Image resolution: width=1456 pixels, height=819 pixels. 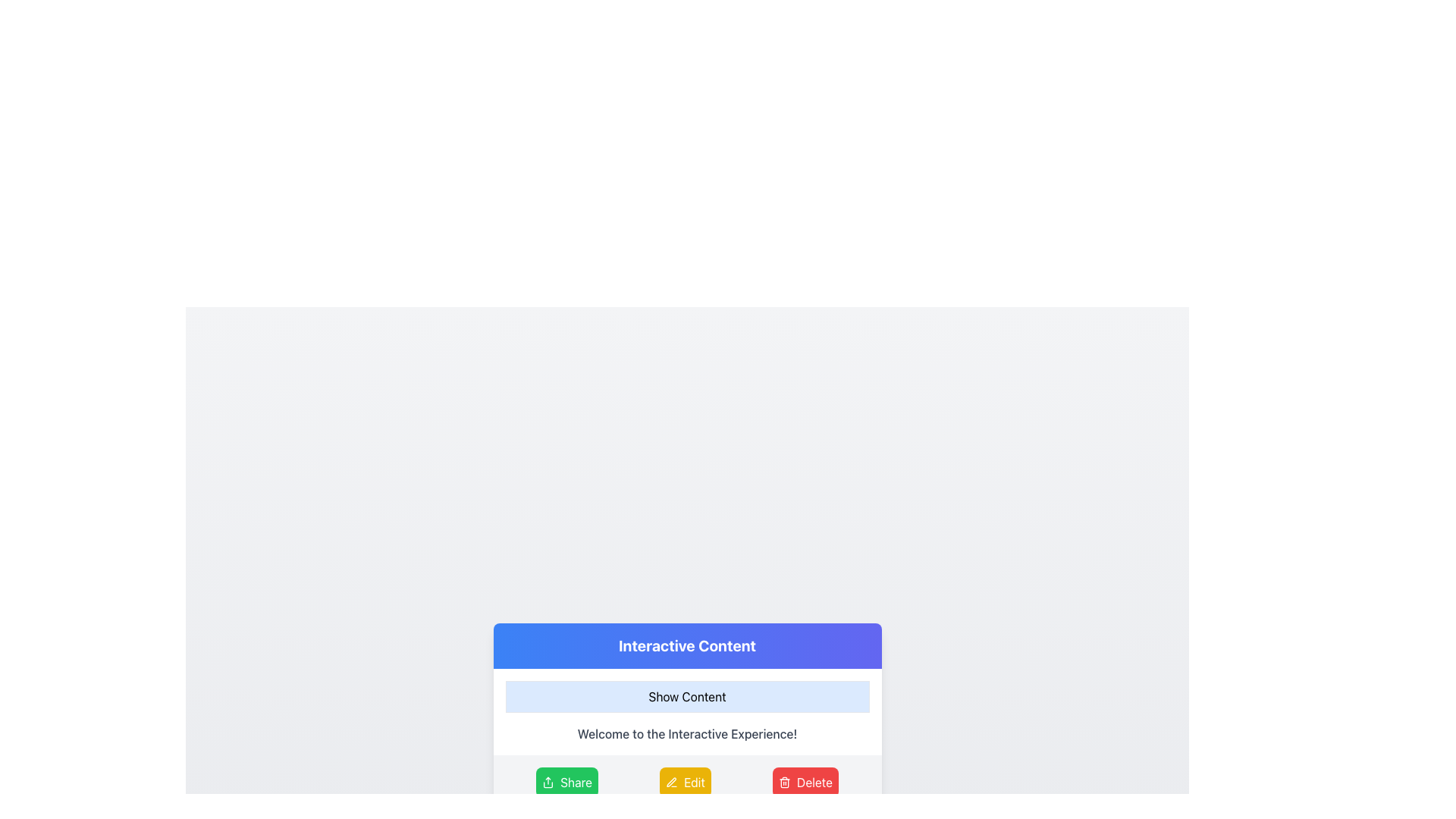 I want to click on the yellow 'Edit' button located in the bottom center of the interface, so click(x=694, y=783).